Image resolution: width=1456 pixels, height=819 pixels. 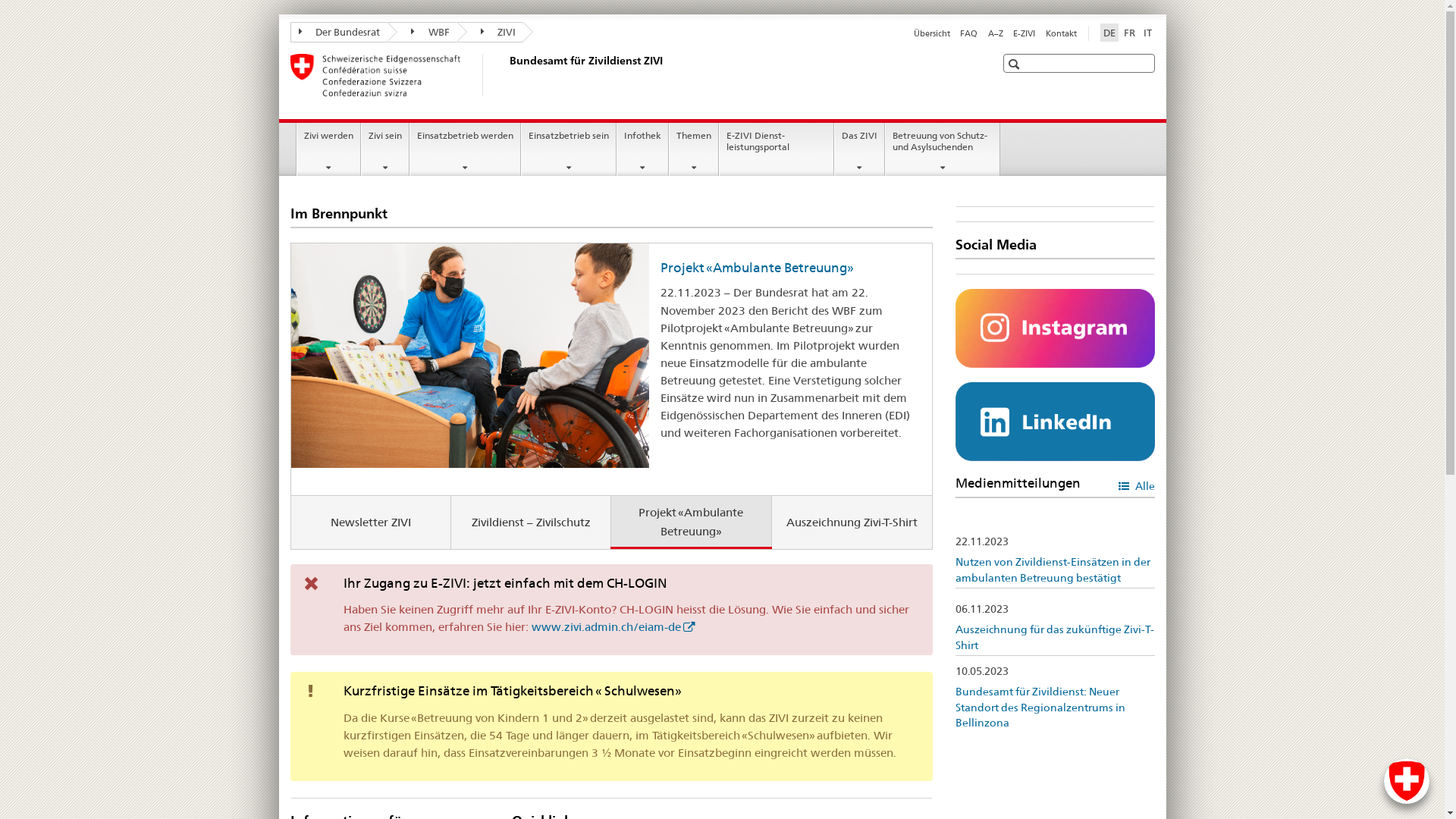 I want to click on 'Einsatzbetrieb sein', so click(x=521, y=149).